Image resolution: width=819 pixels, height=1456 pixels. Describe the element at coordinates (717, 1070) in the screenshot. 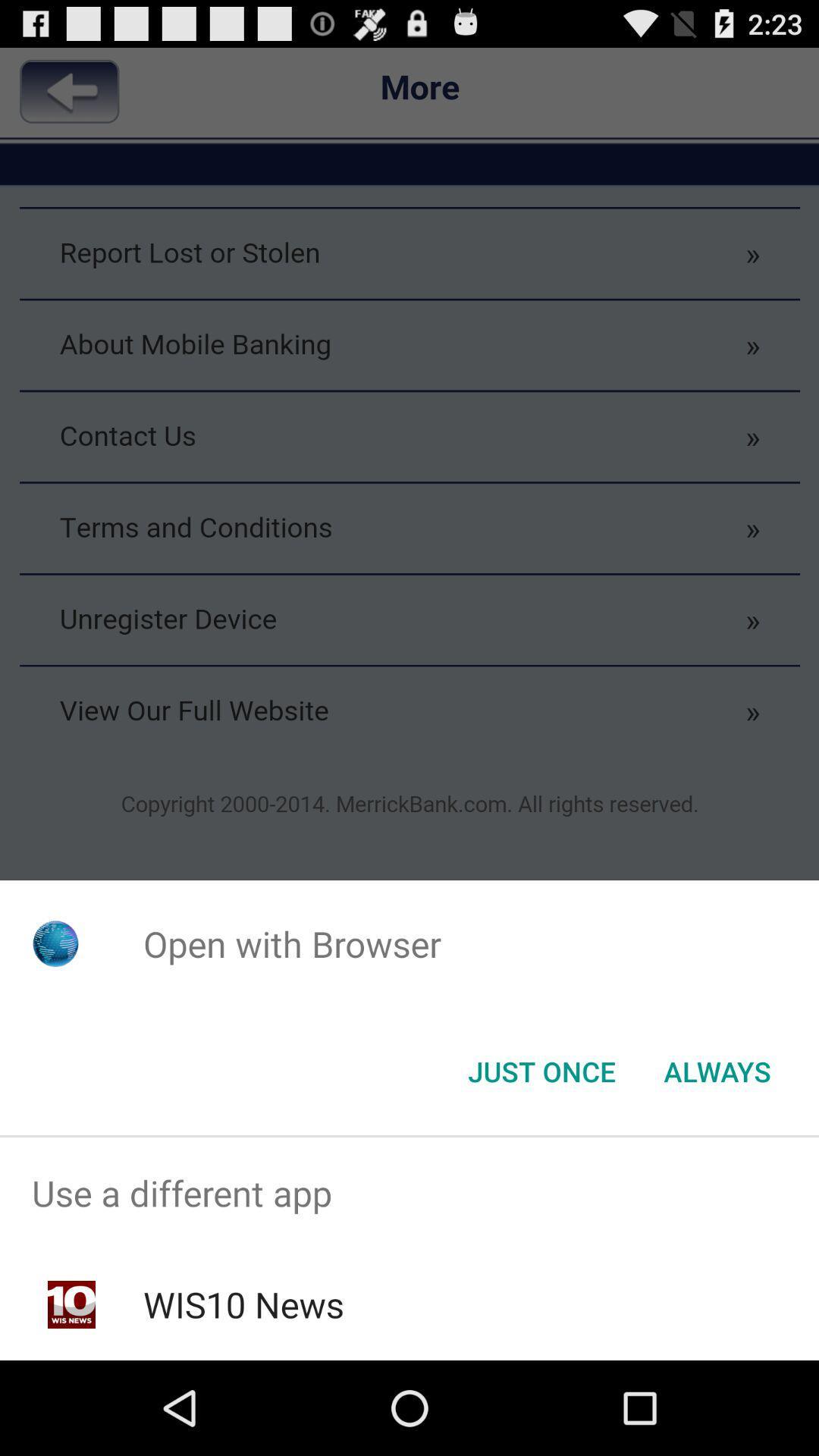

I see `the always item` at that location.